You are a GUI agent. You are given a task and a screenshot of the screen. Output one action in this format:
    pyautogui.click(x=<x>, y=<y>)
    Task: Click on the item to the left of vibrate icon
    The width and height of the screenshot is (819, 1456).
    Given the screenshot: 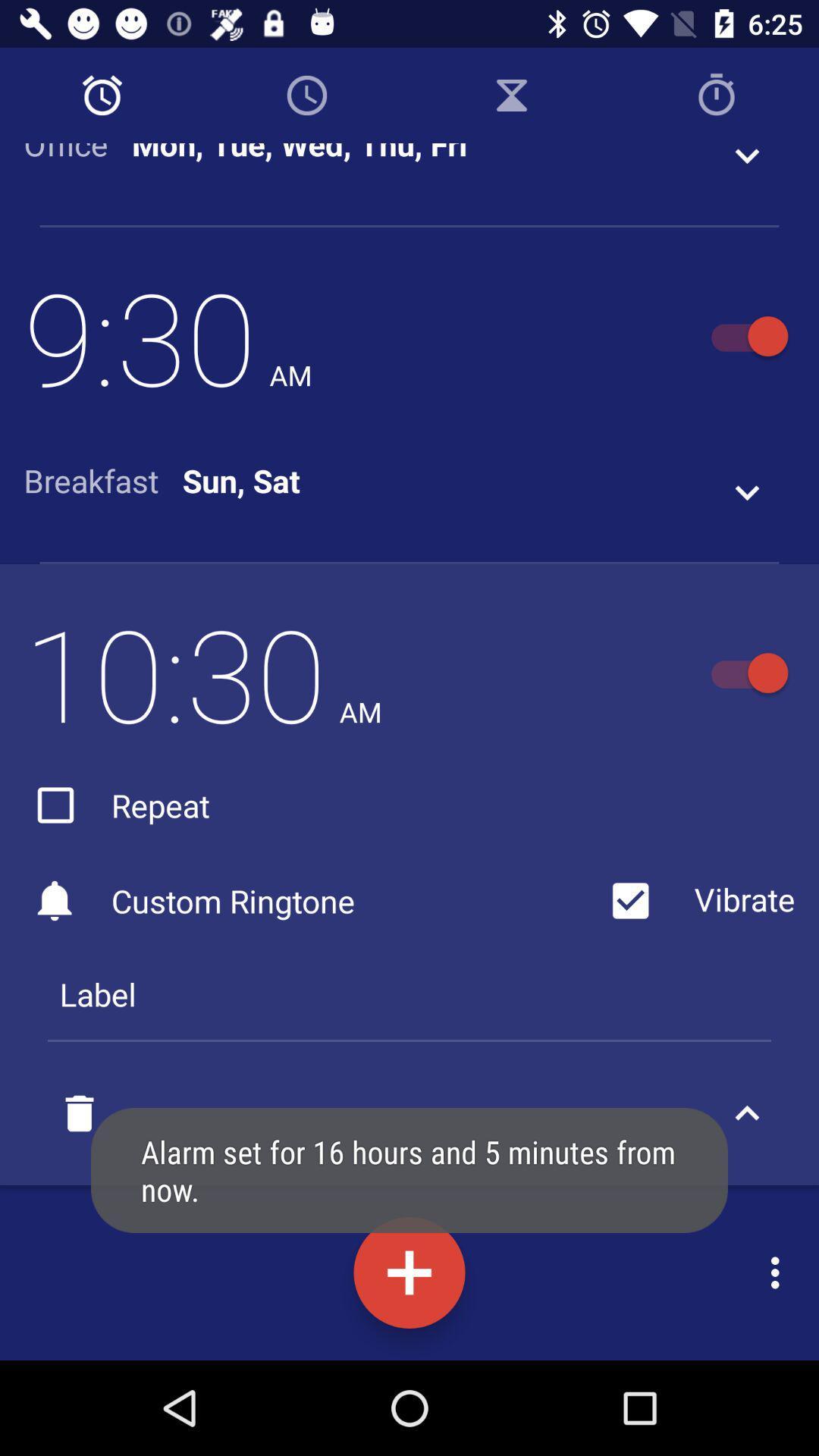 What is the action you would take?
    pyautogui.click(x=310, y=901)
    